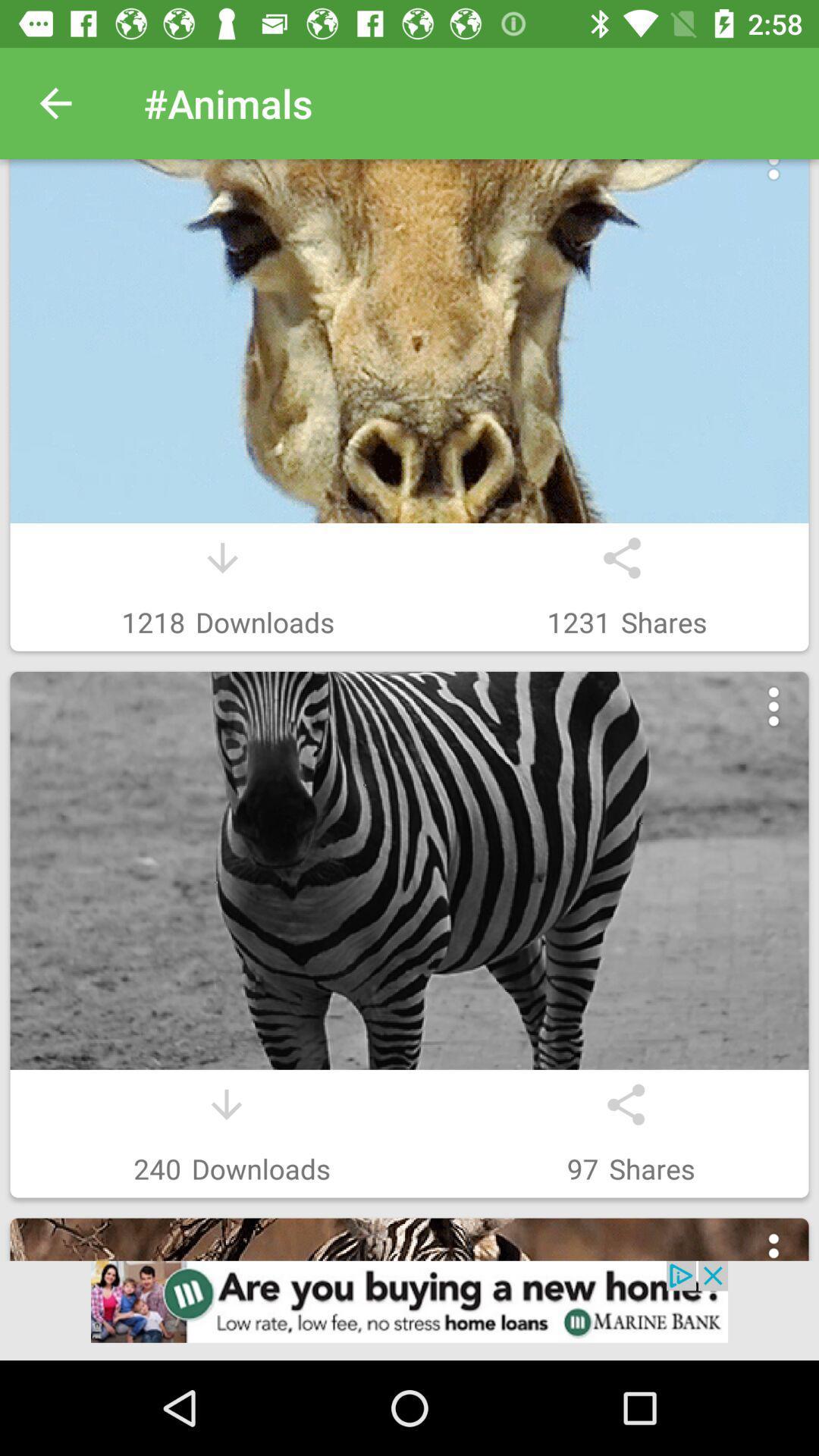 The height and width of the screenshot is (1456, 819). What do you see at coordinates (409, 1310) in the screenshot?
I see `click on advertisement` at bounding box center [409, 1310].